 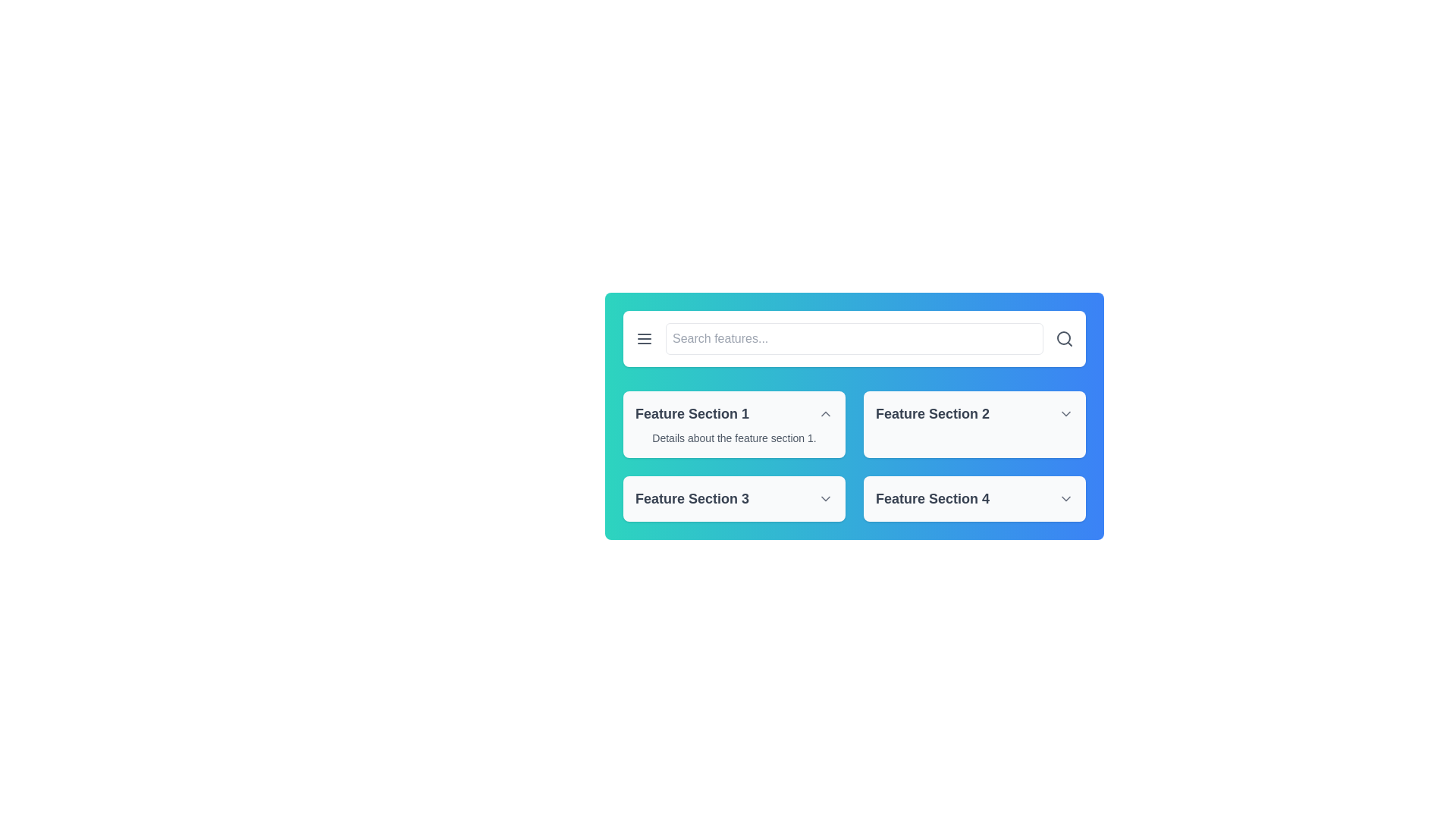 I want to click on the informational text block located below the title of 'Feature Section 1' within its card in the top-left quadrant of the interface, so click(x=734, y=438).